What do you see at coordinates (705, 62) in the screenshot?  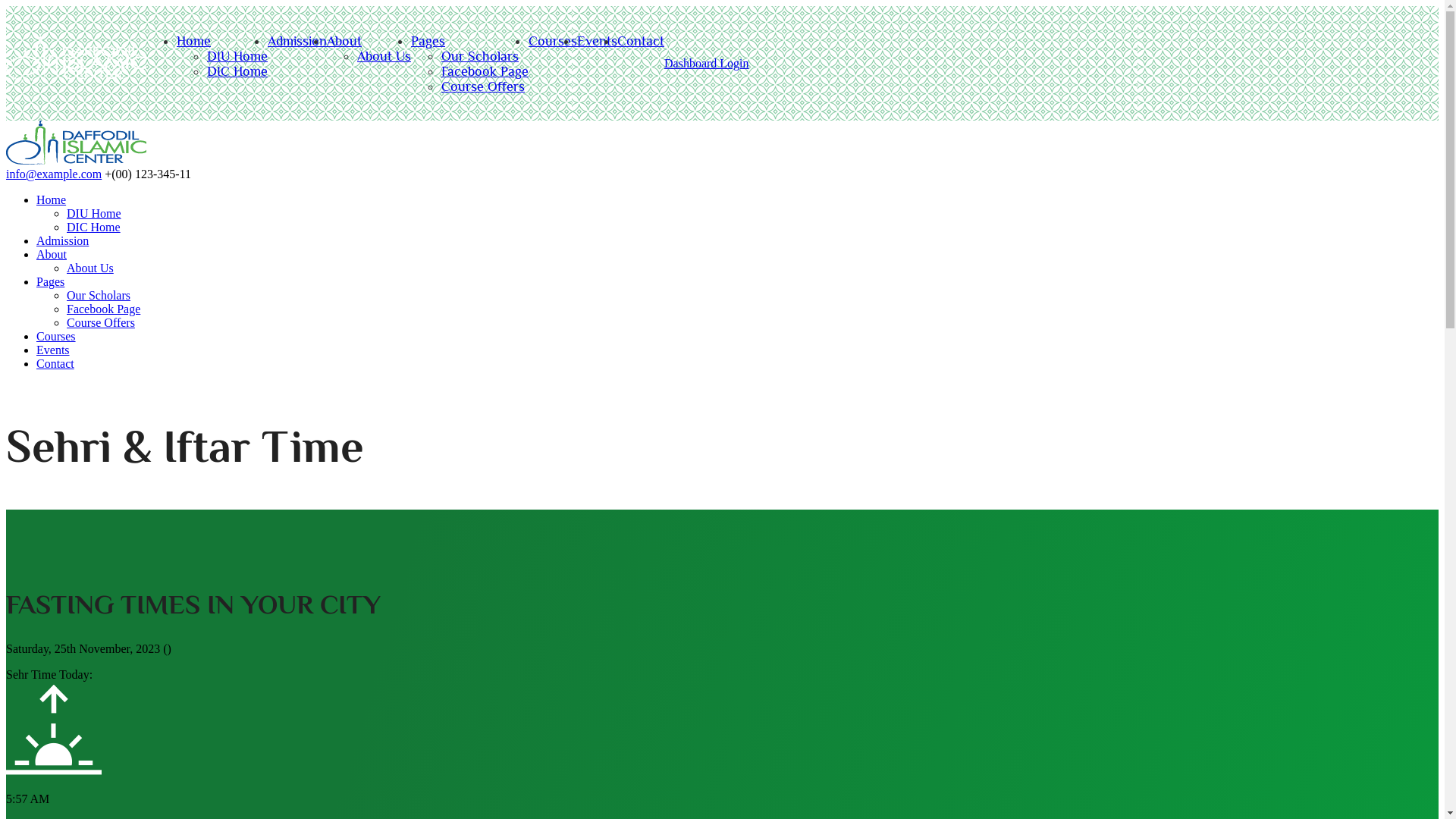 I see `'Dashboard Login'` at bounding box center [705, 62].